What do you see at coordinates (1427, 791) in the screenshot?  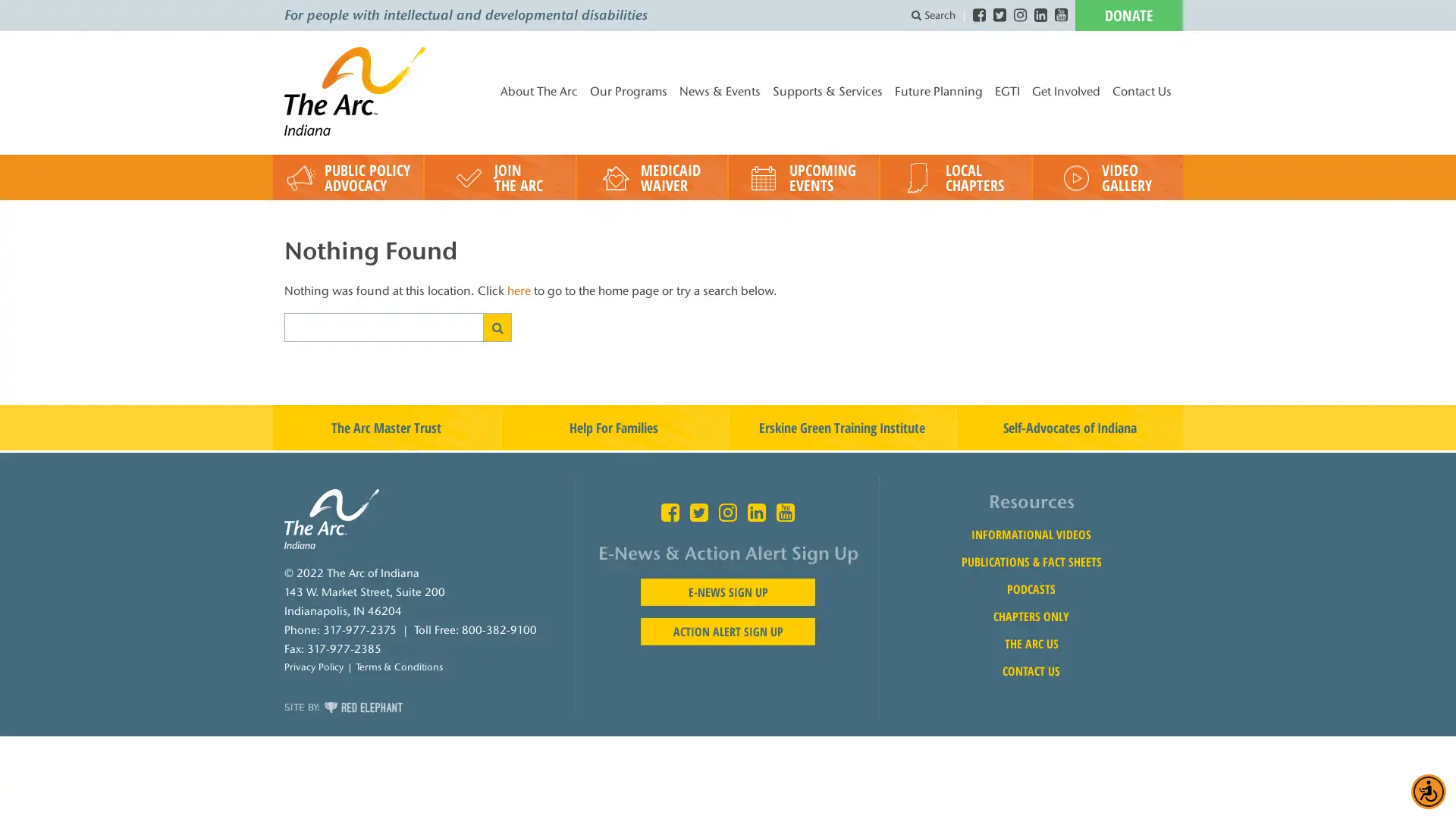 I see `Accessibility Menu` at bounding box center [1427, 791].